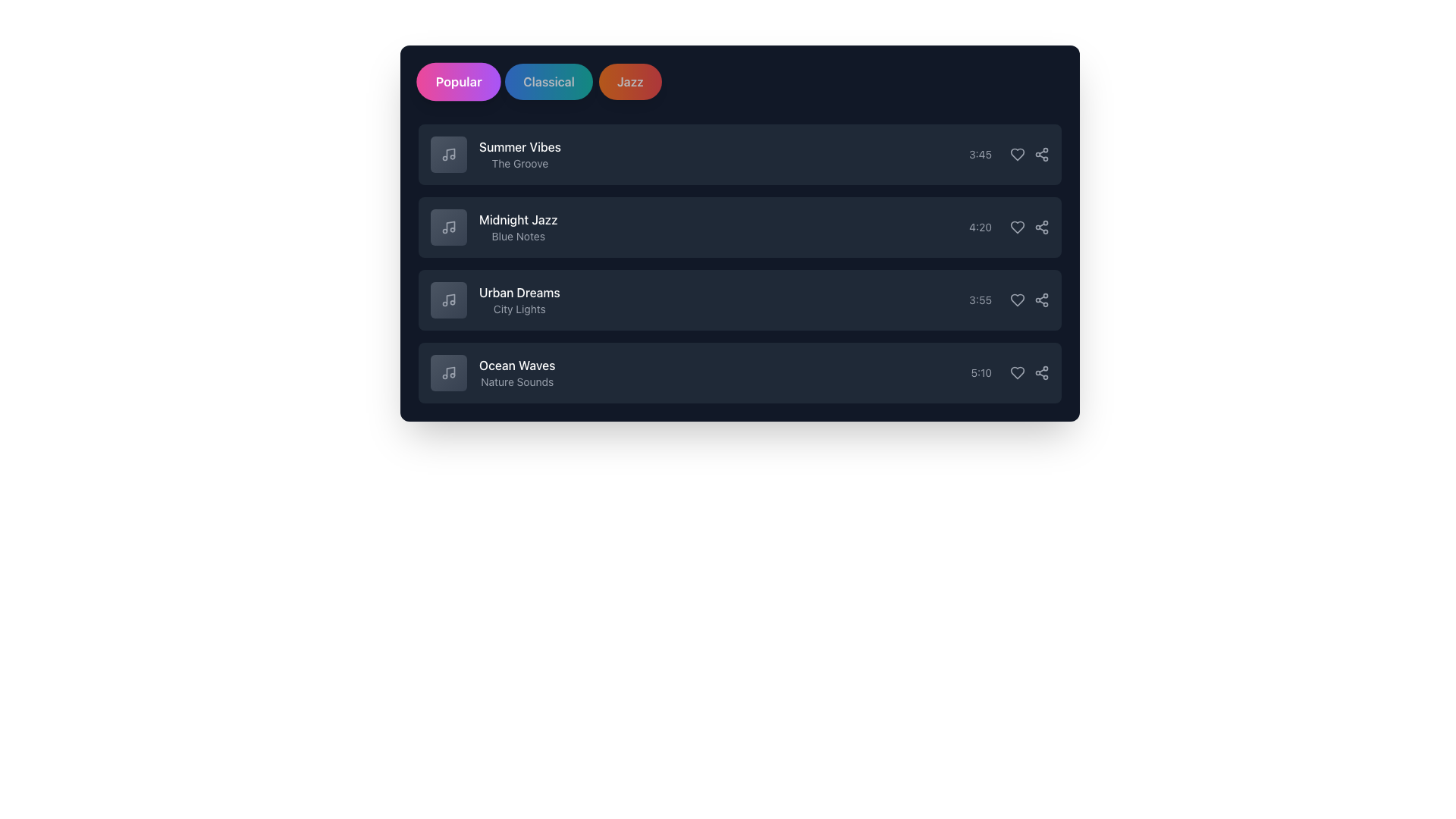 This screenshot has height=819, width=1456. I want to click on the list entry containing the music icon and text titled 'Midnight Jazz', so click(494, 227).